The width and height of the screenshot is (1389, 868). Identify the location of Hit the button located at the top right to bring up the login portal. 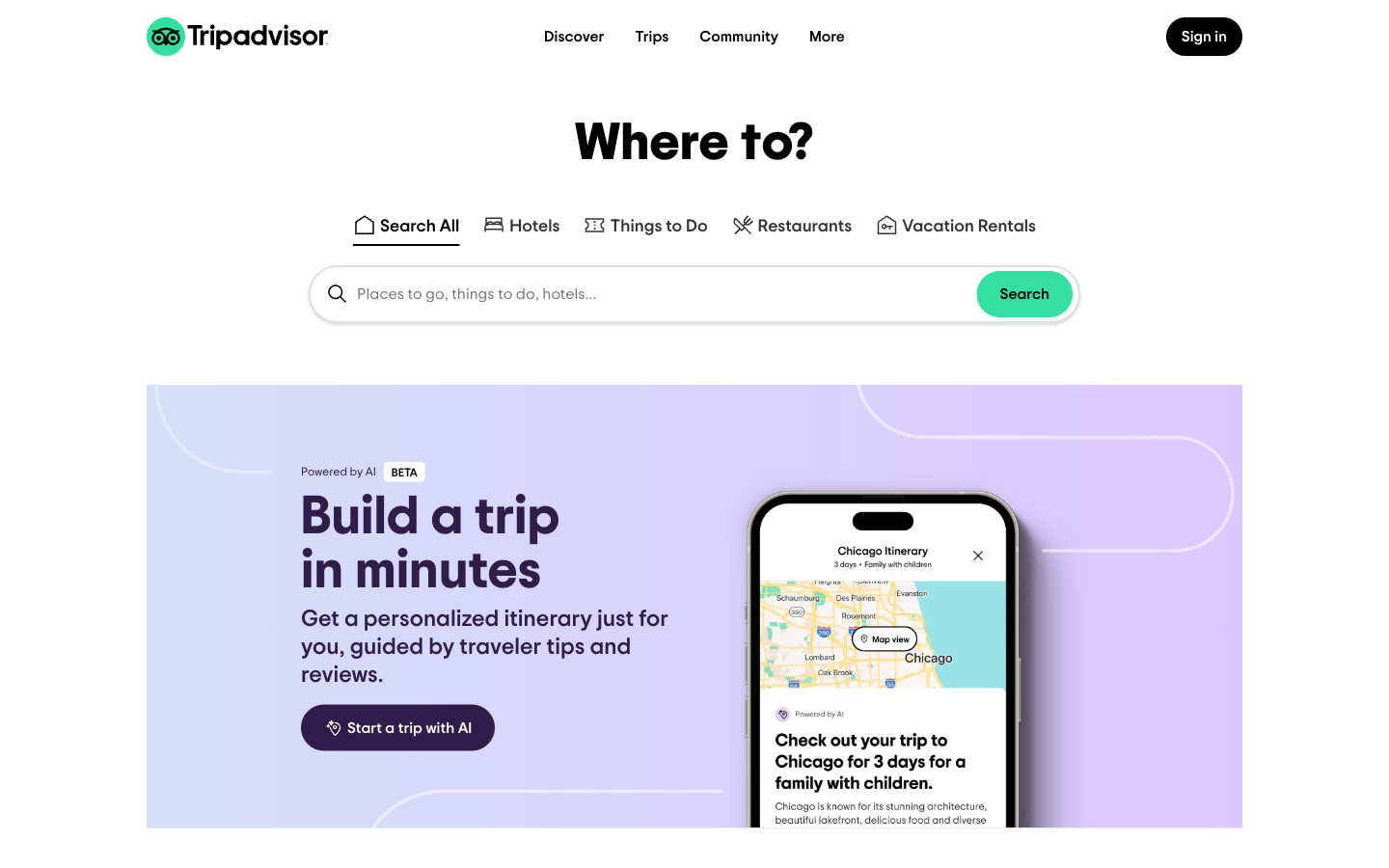
(1203, 27).